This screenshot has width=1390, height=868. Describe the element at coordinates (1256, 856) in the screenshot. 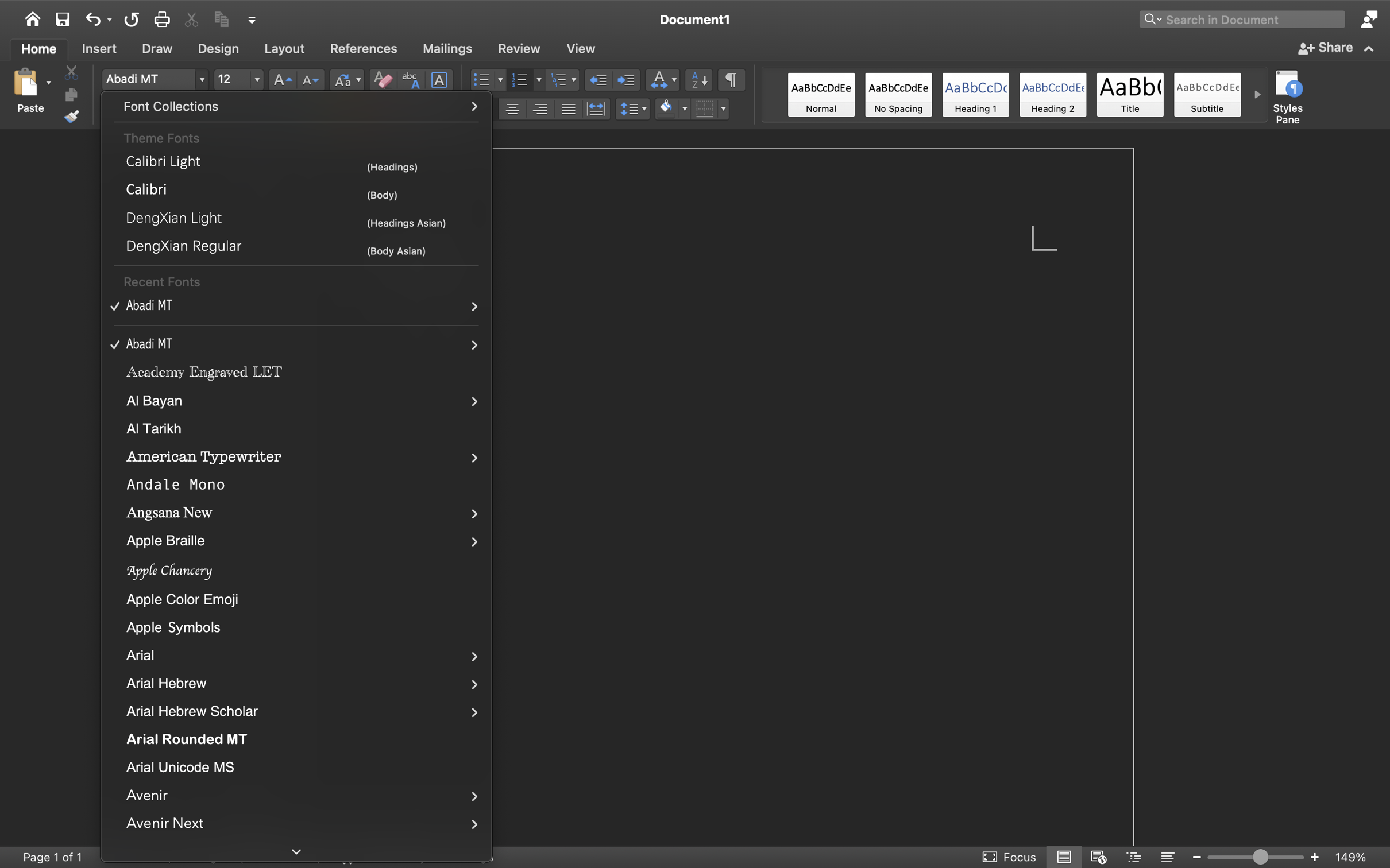

I see `'1123.0'` at that location.